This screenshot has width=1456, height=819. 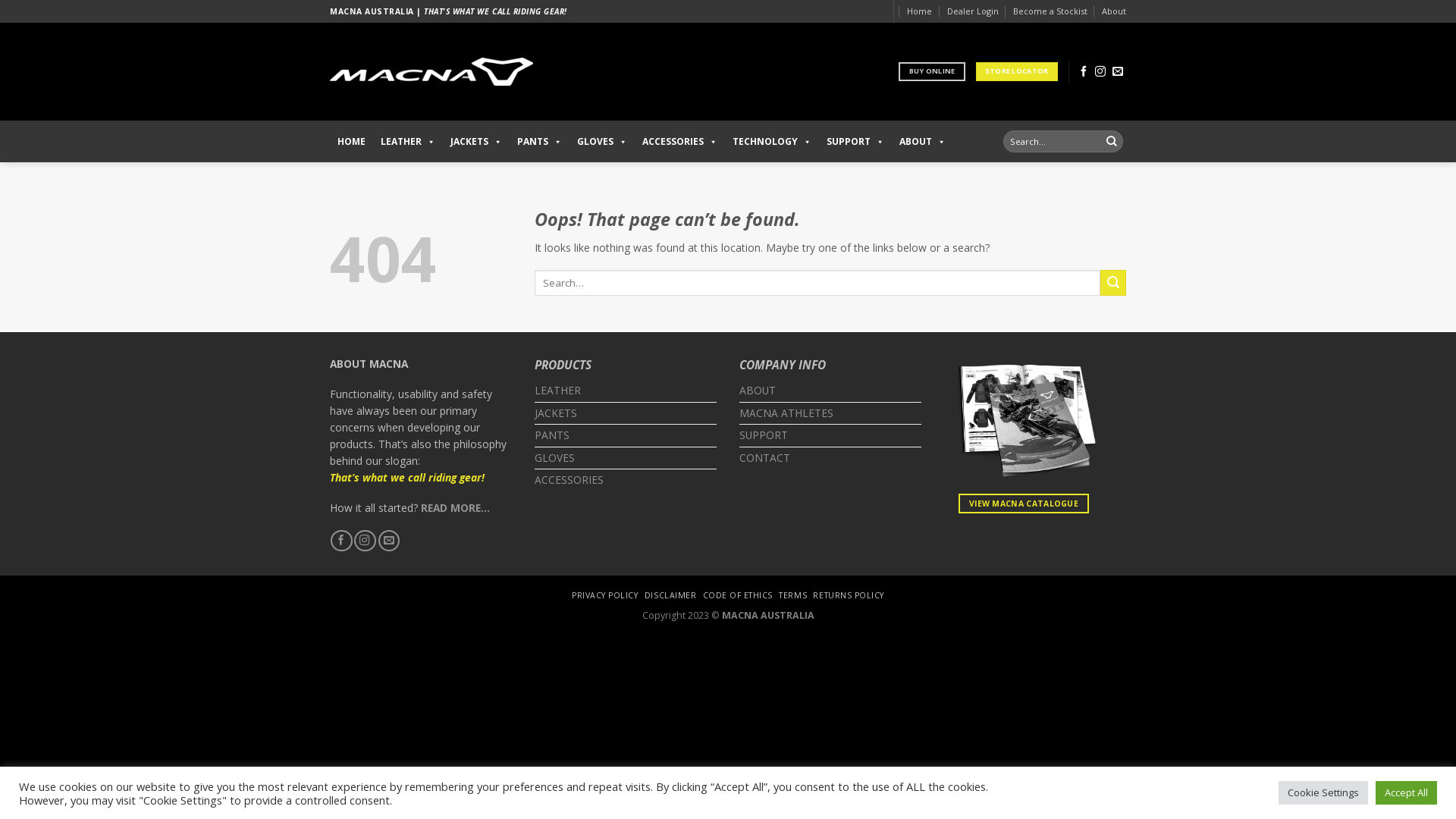 What do you see at coordinates (738, 595) in the screenshot?
I see `'CODE OF ETHICS'` at bounding box center [738, 595].